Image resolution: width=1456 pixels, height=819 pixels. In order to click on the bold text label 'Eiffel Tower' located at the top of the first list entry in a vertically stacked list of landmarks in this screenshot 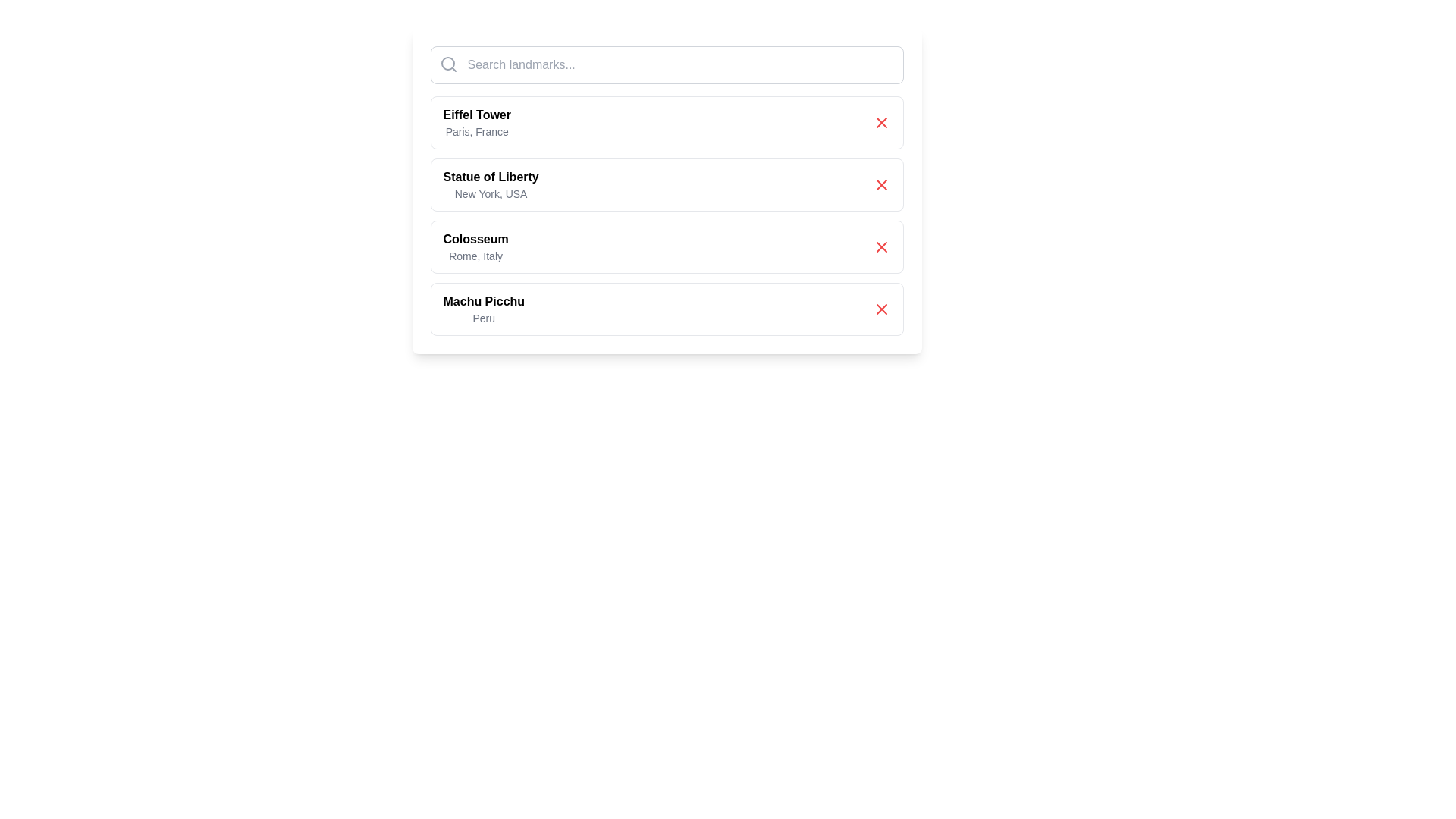, I will do `click(476, 114)`.